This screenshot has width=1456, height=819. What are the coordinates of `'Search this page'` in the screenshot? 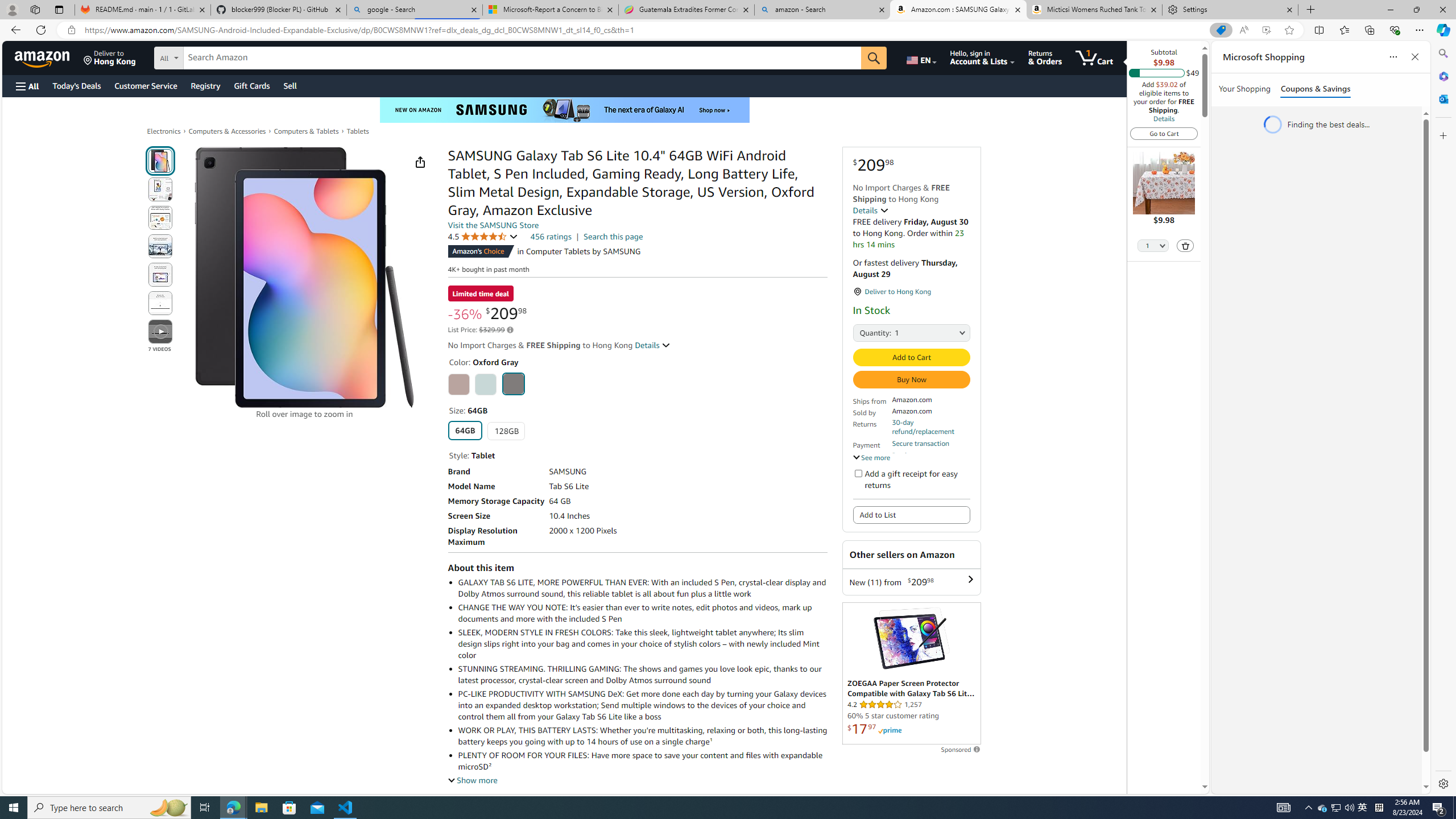 It's located at (614, 236).